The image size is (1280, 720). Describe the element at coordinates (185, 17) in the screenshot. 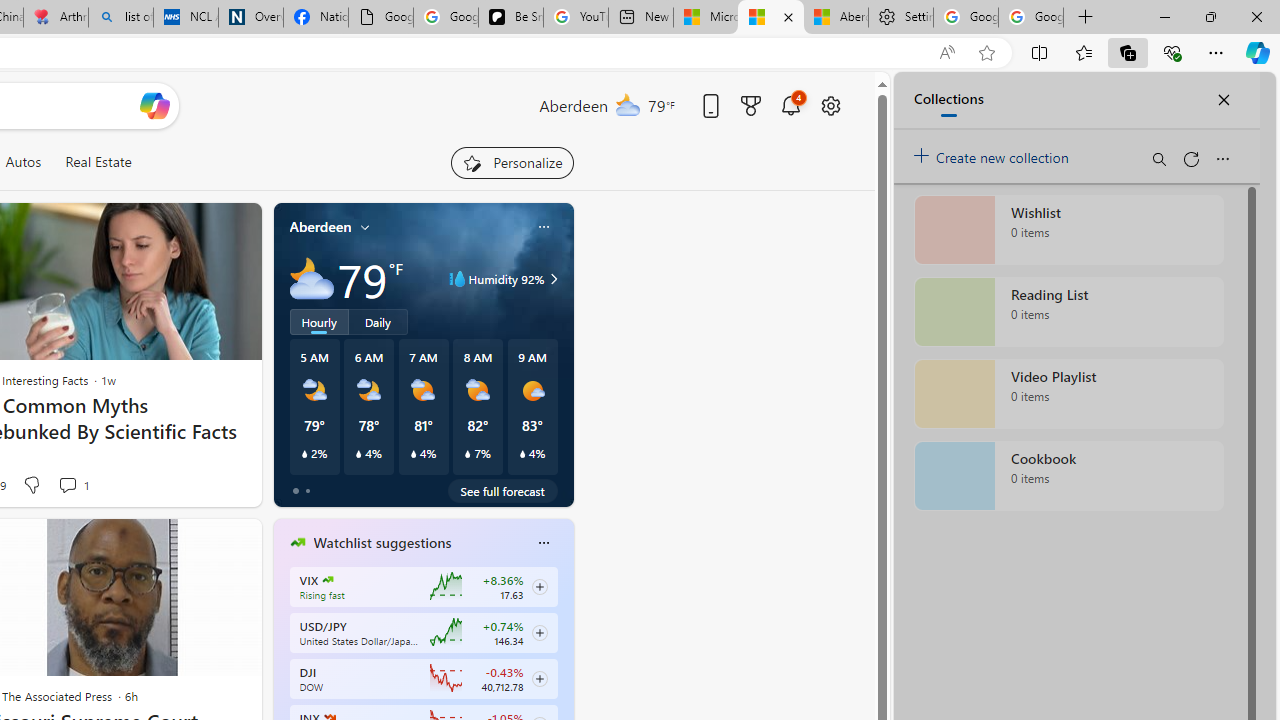

I see `'NCL Adult Asthma Inhaler Choice Guideline'` at that location.